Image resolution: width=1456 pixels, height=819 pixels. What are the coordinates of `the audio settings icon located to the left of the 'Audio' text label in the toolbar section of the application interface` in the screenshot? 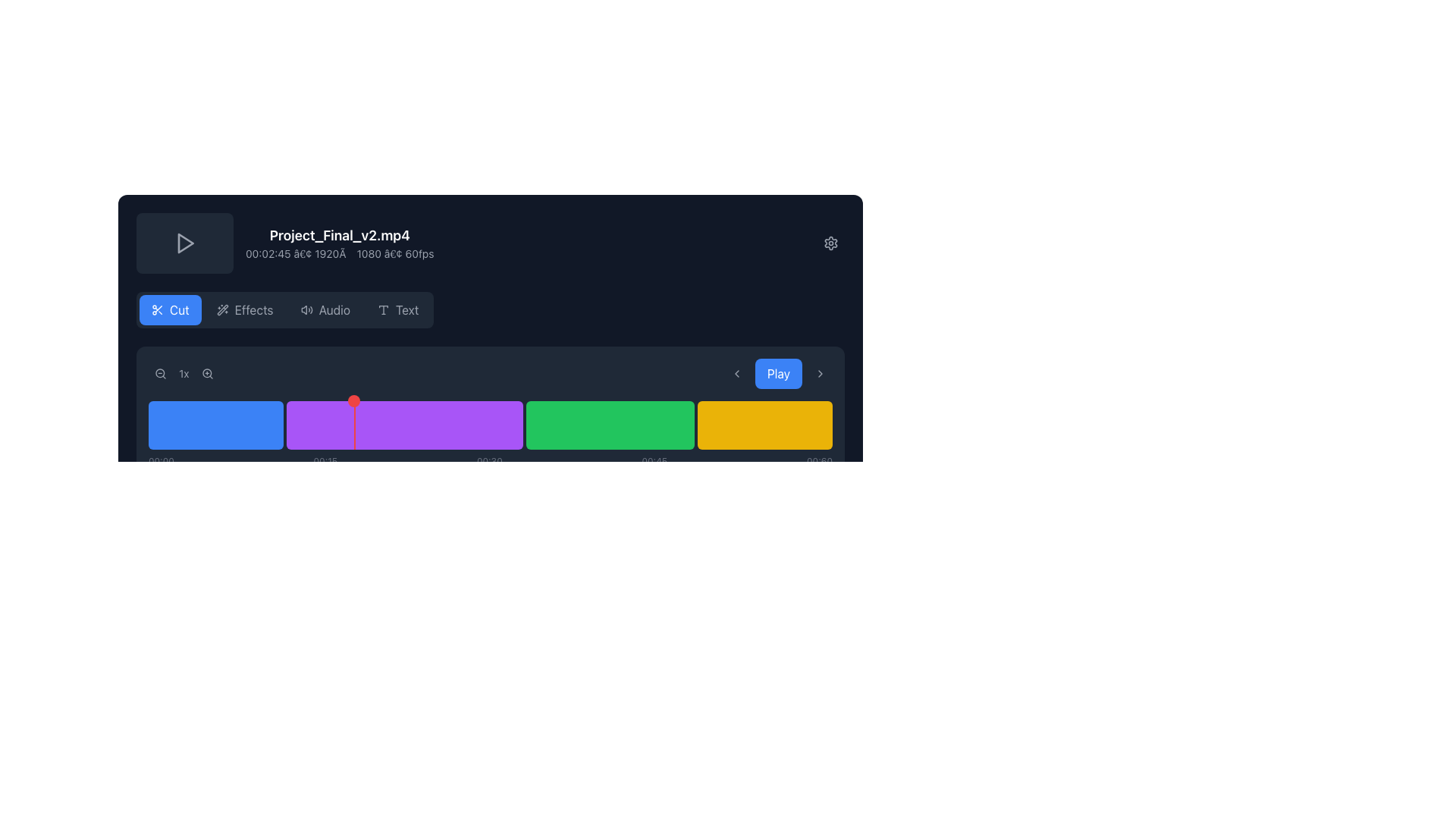 It's located at (306, 309).